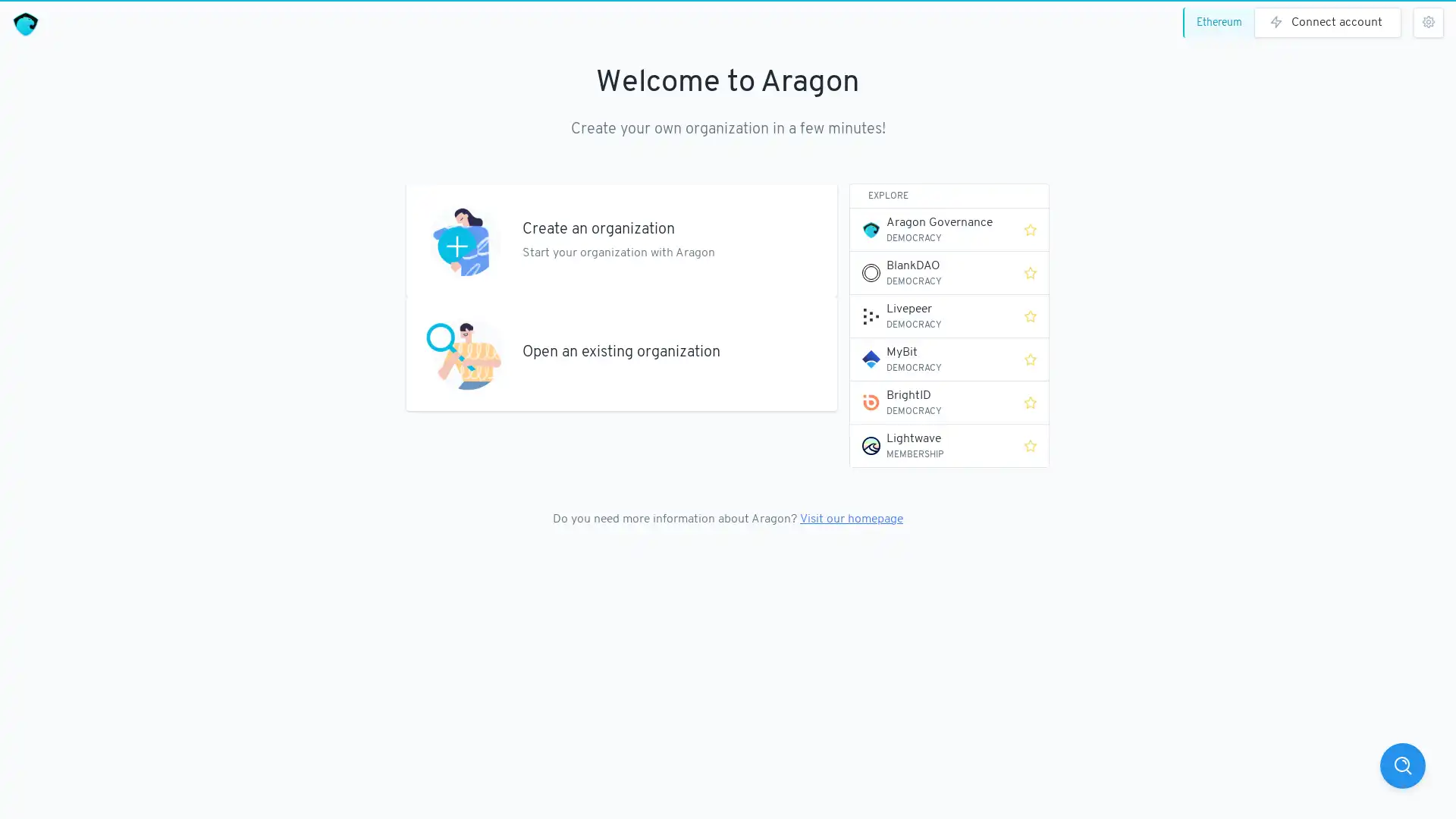 The width and height of the screenshot is (1456, 819). What do you see at coordinates (622, 239) in the screenshot?
I see `Create an organization Start your organization with Aragon` at bounding box center [622, 239].